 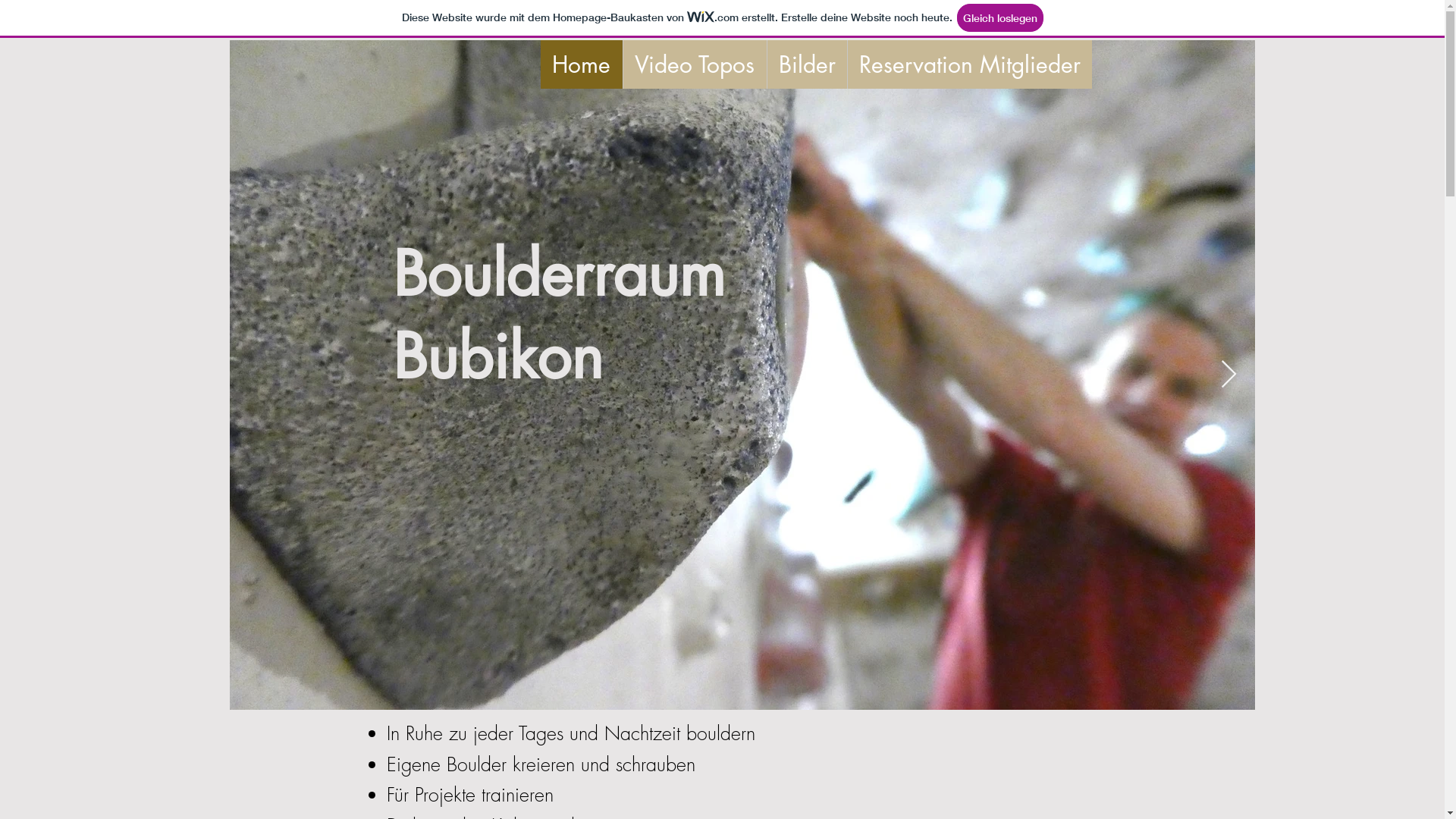 I want to click on 'Home', so click(x=580, y=63).